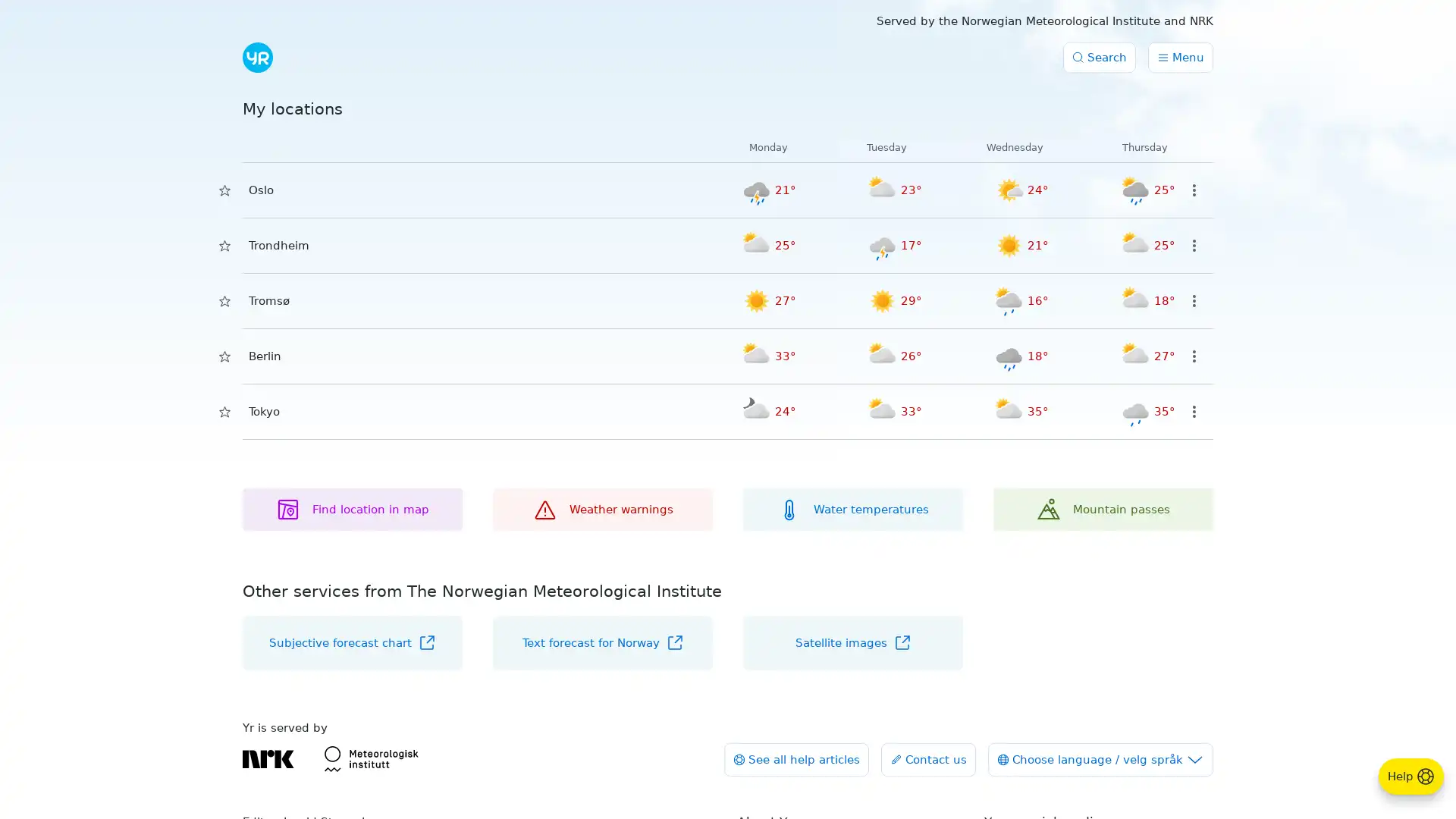 Image resolution: width=1456 pixels, height=819 pixels. Describe the element at coordinates (224, 245) in the screenshot. I see `Add to "My locations"` at that location.